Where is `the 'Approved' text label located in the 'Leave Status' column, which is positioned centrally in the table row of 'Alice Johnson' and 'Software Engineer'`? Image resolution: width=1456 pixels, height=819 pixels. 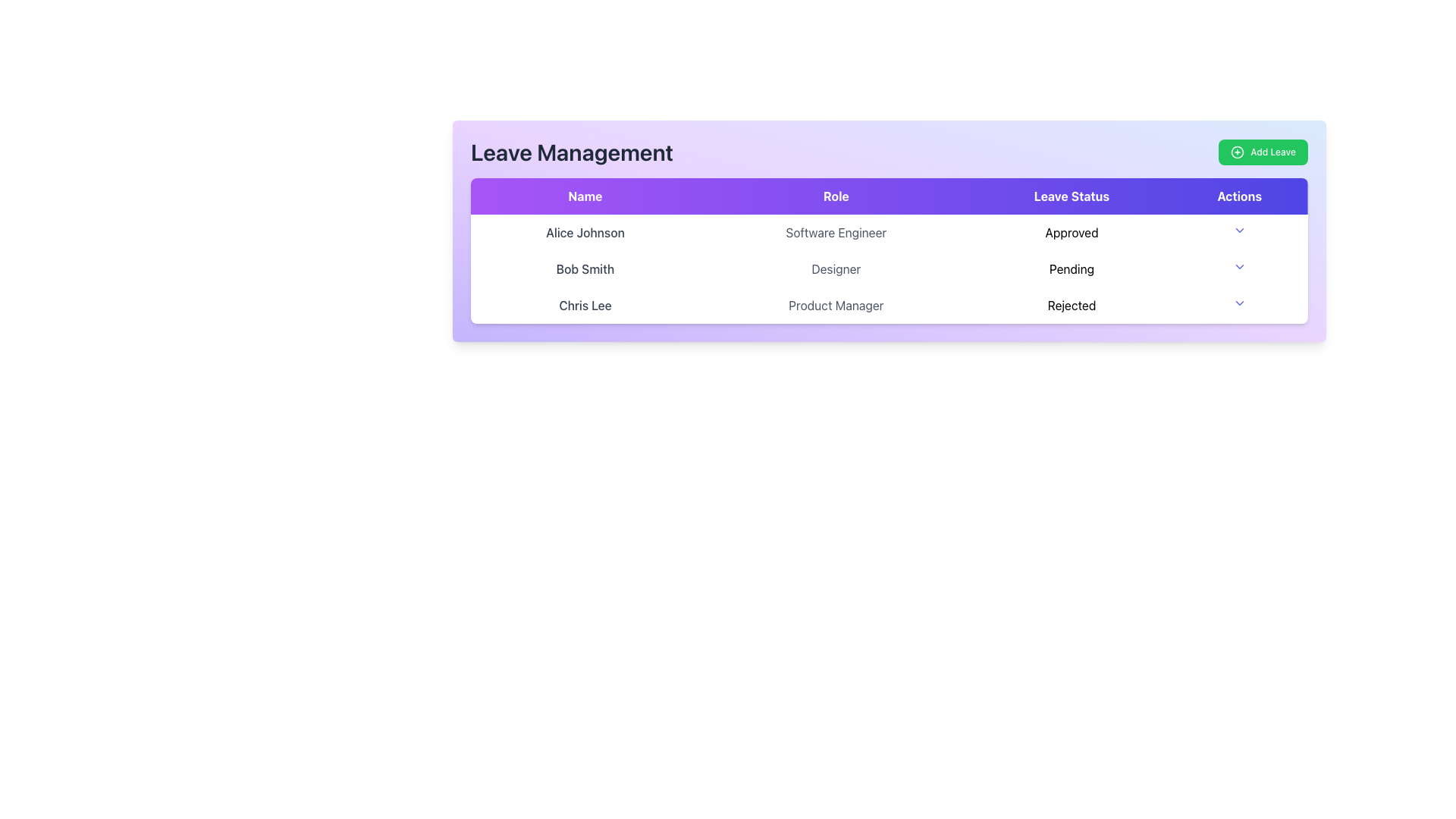
the 'Approved' text label located in the 'Leave Status' column, which is positioned centrally in the table row of 'Alice Johnson' and 'Software Engineer' is located at coordinates (1071, 233).